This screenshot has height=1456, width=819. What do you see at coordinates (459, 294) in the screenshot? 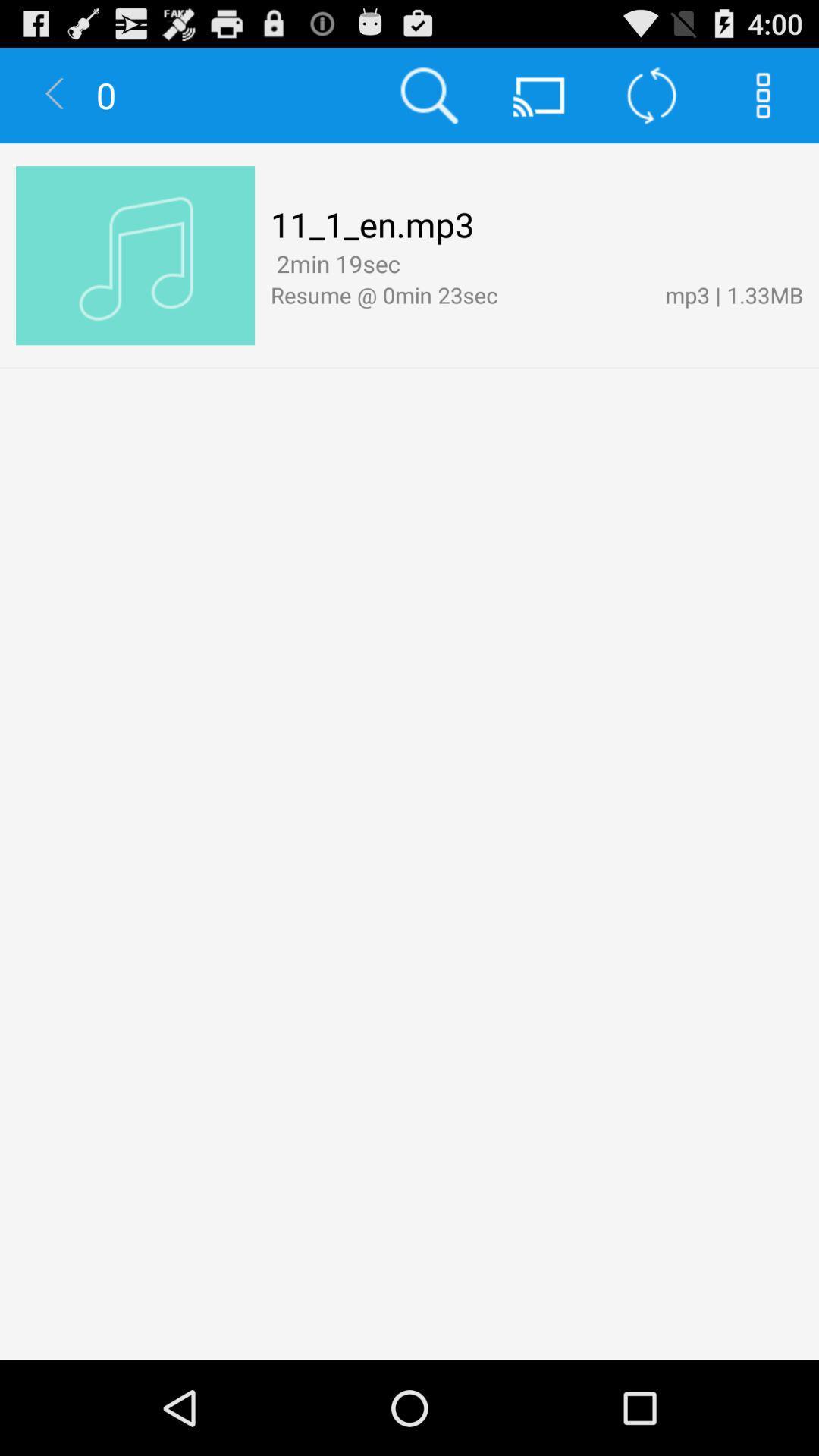
I see `icon to the left of mp3 | 1.33mb app` at bounding box center [459, 294].